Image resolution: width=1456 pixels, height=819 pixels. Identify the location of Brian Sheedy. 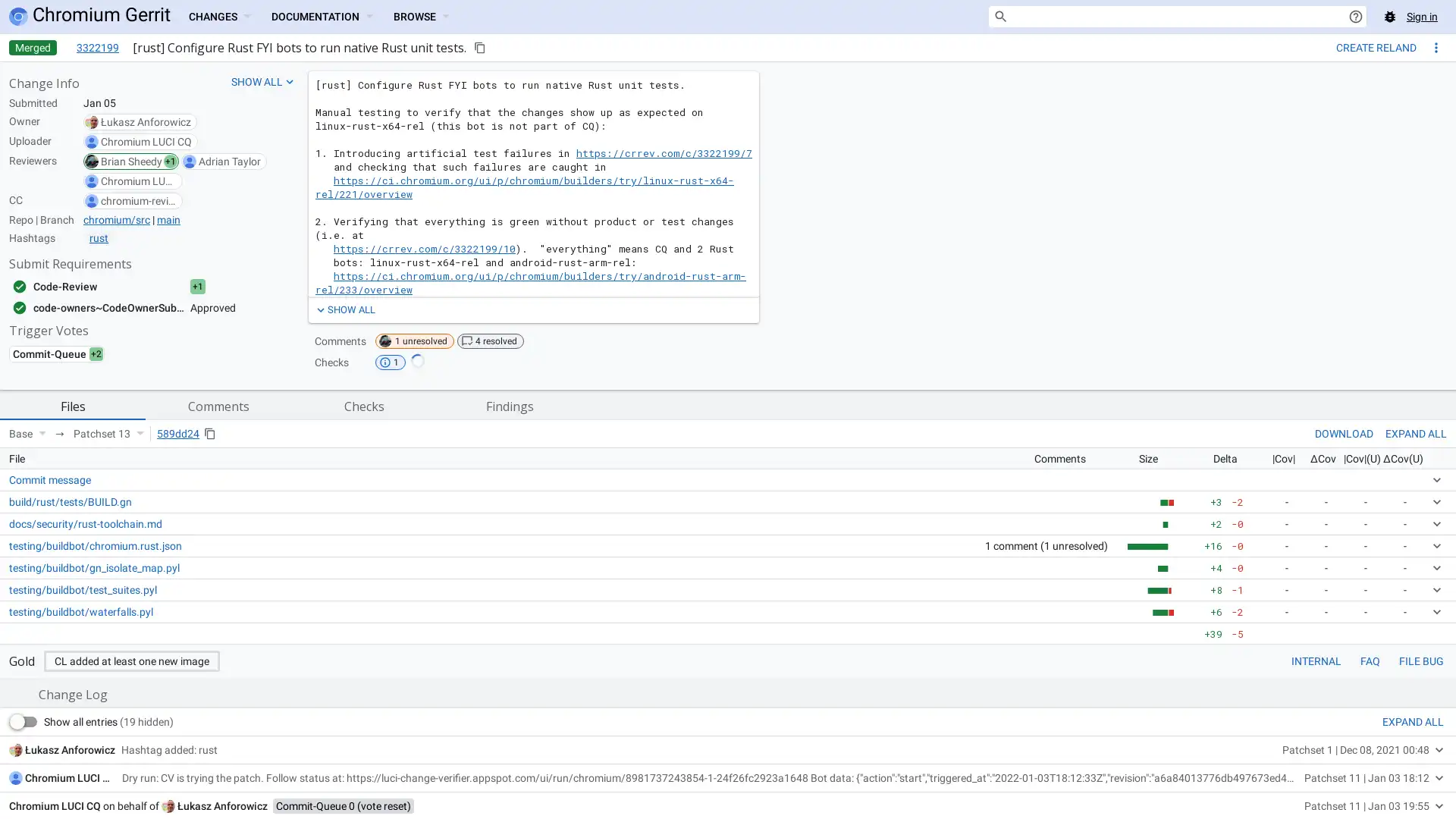
(131, 161).